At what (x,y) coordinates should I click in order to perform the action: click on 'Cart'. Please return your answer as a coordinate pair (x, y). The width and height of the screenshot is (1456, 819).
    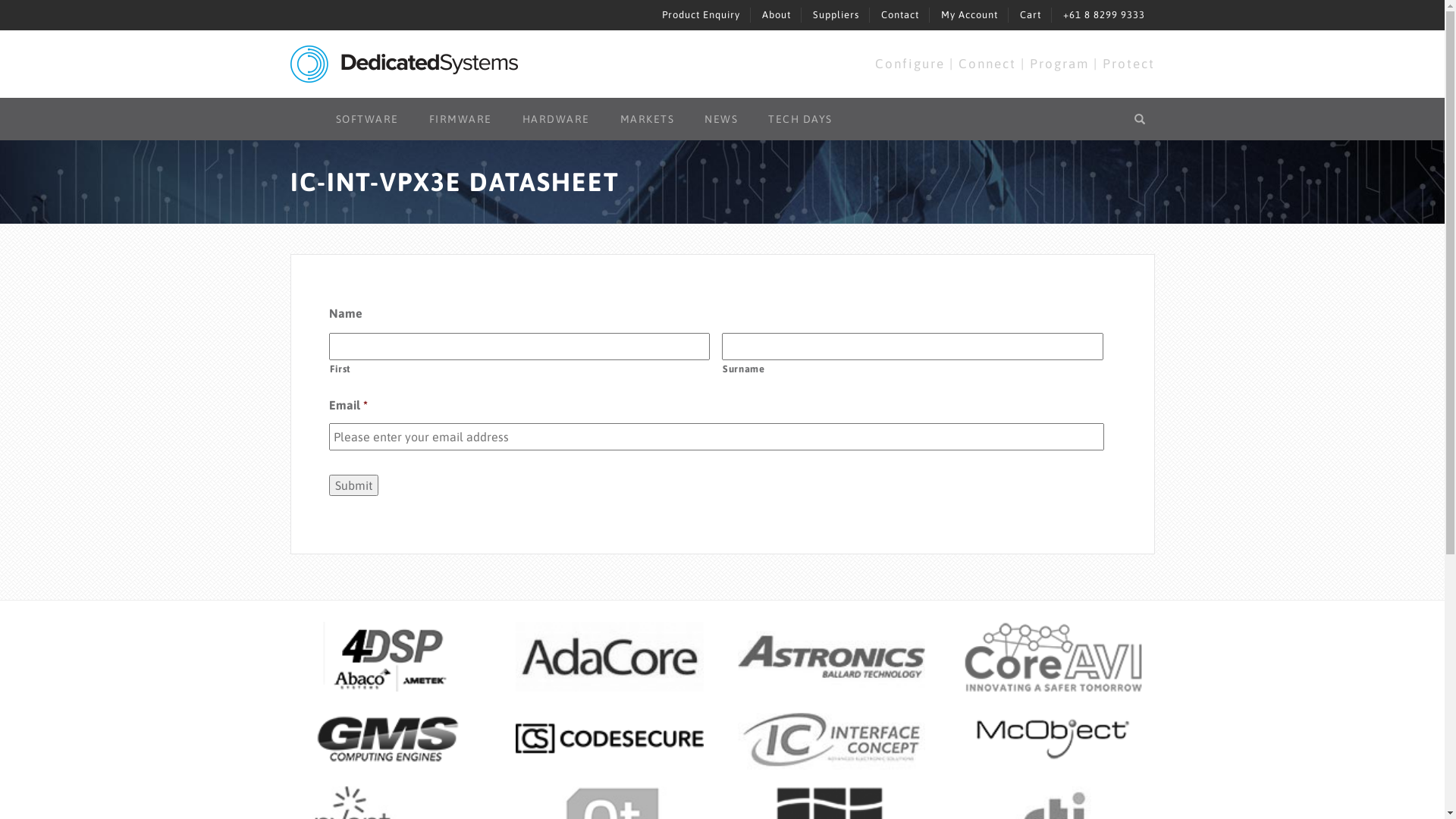
    Looking at the image, I should click on (1030, 14).